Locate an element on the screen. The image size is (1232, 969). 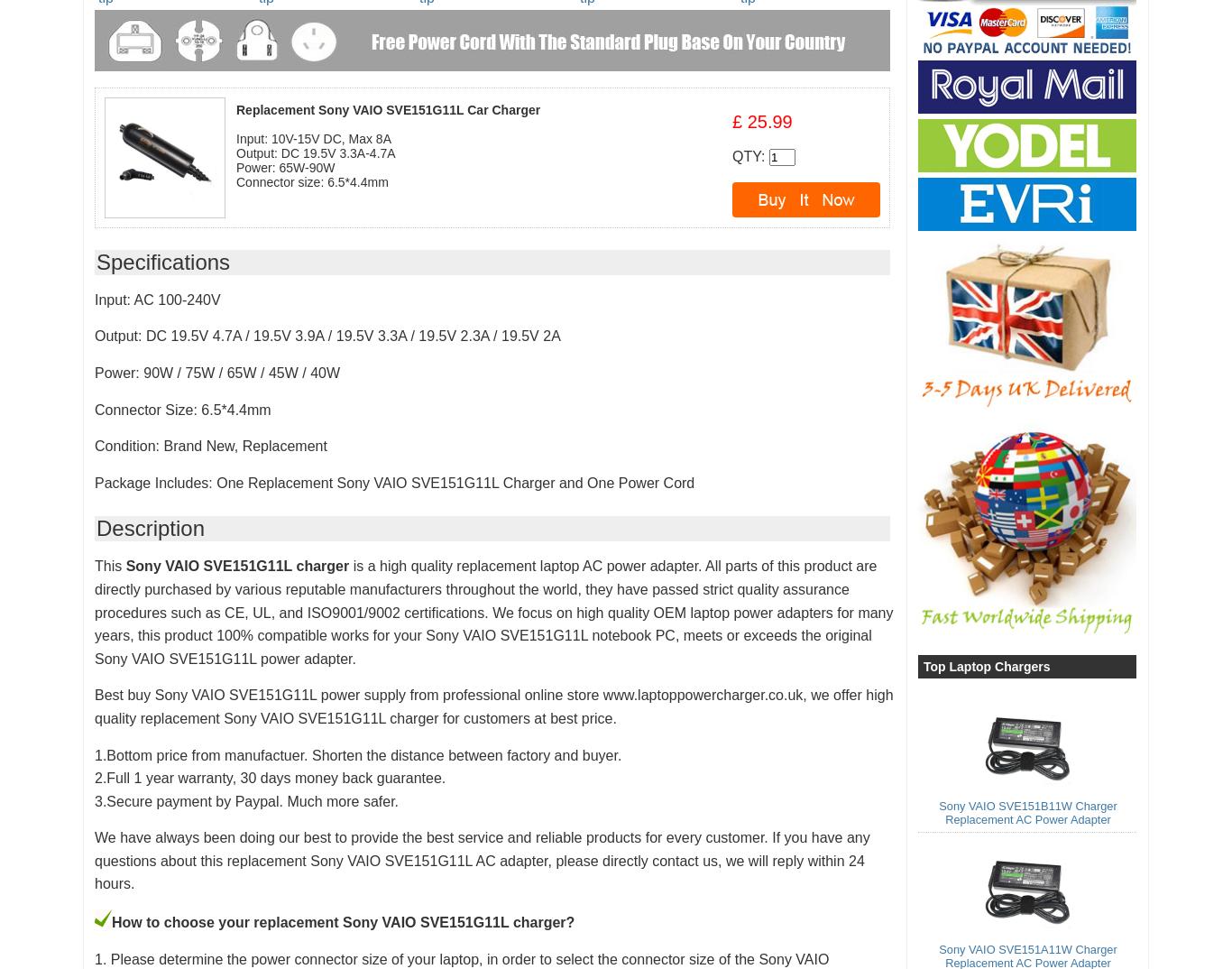
'Output: DC 19.5V 3.3A-4.7A' is located at coordinates (314, 152).